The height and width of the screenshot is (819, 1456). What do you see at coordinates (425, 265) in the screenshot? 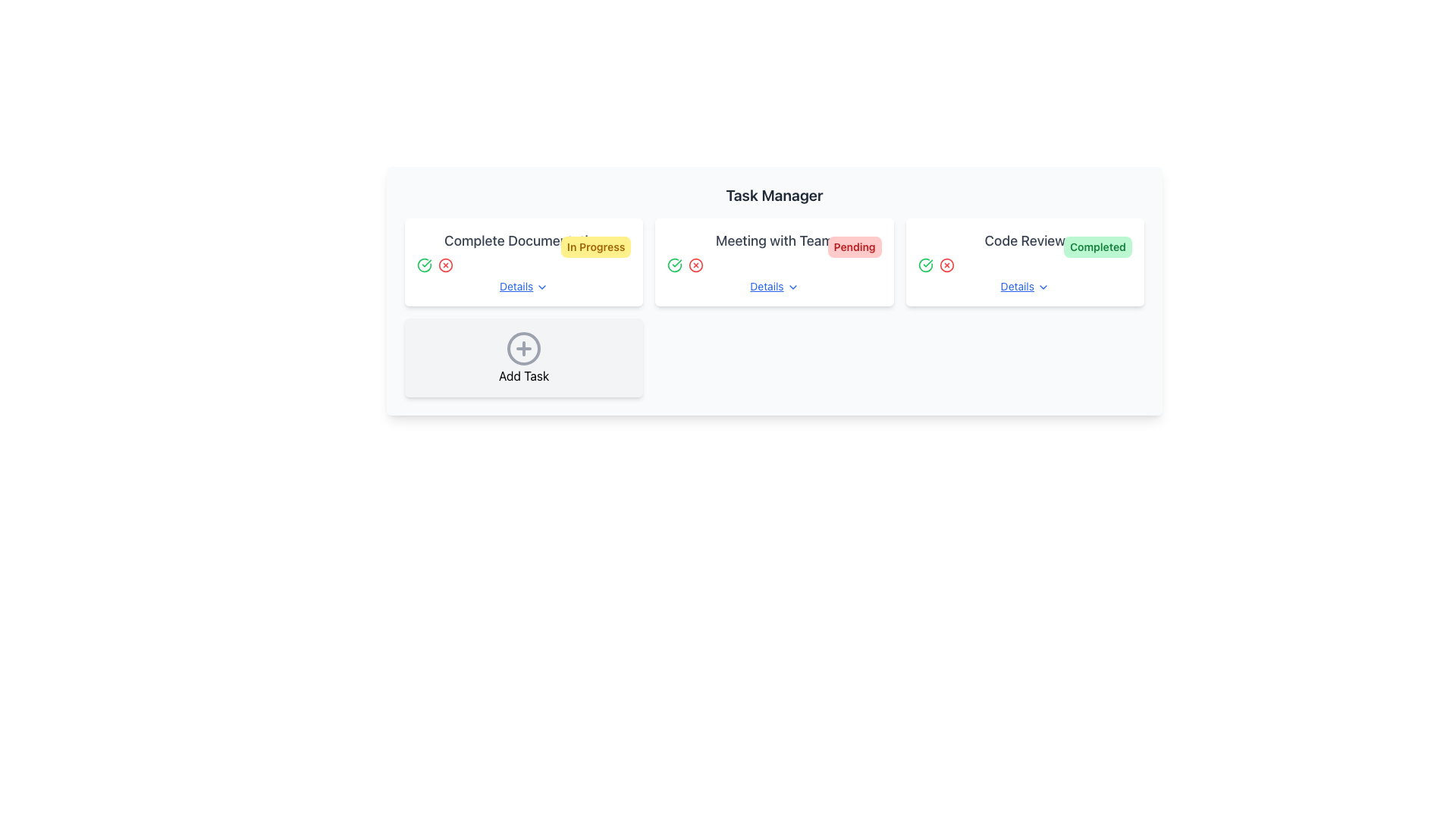
I see `the circular button with a green outline and checkmark icon, located in the 'Complete Document' task card at the top-left of the interface` at bounding box center [425, 265].